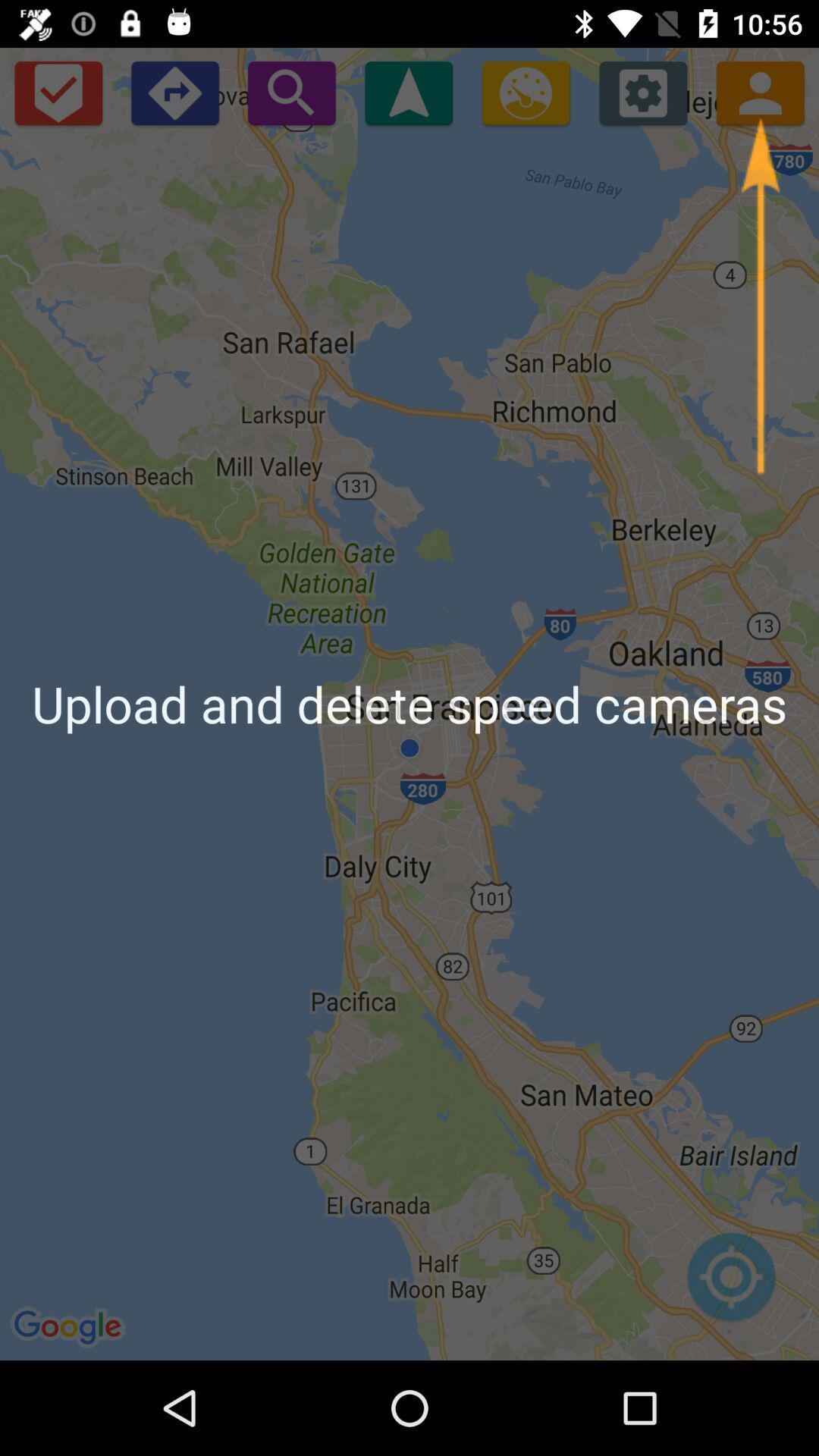 The width and height of the screenshot is (819, 1456). What do you see at coordinates (57, 92) in the screenshot?
I see `the check icon` at bounding box center [57, 92].